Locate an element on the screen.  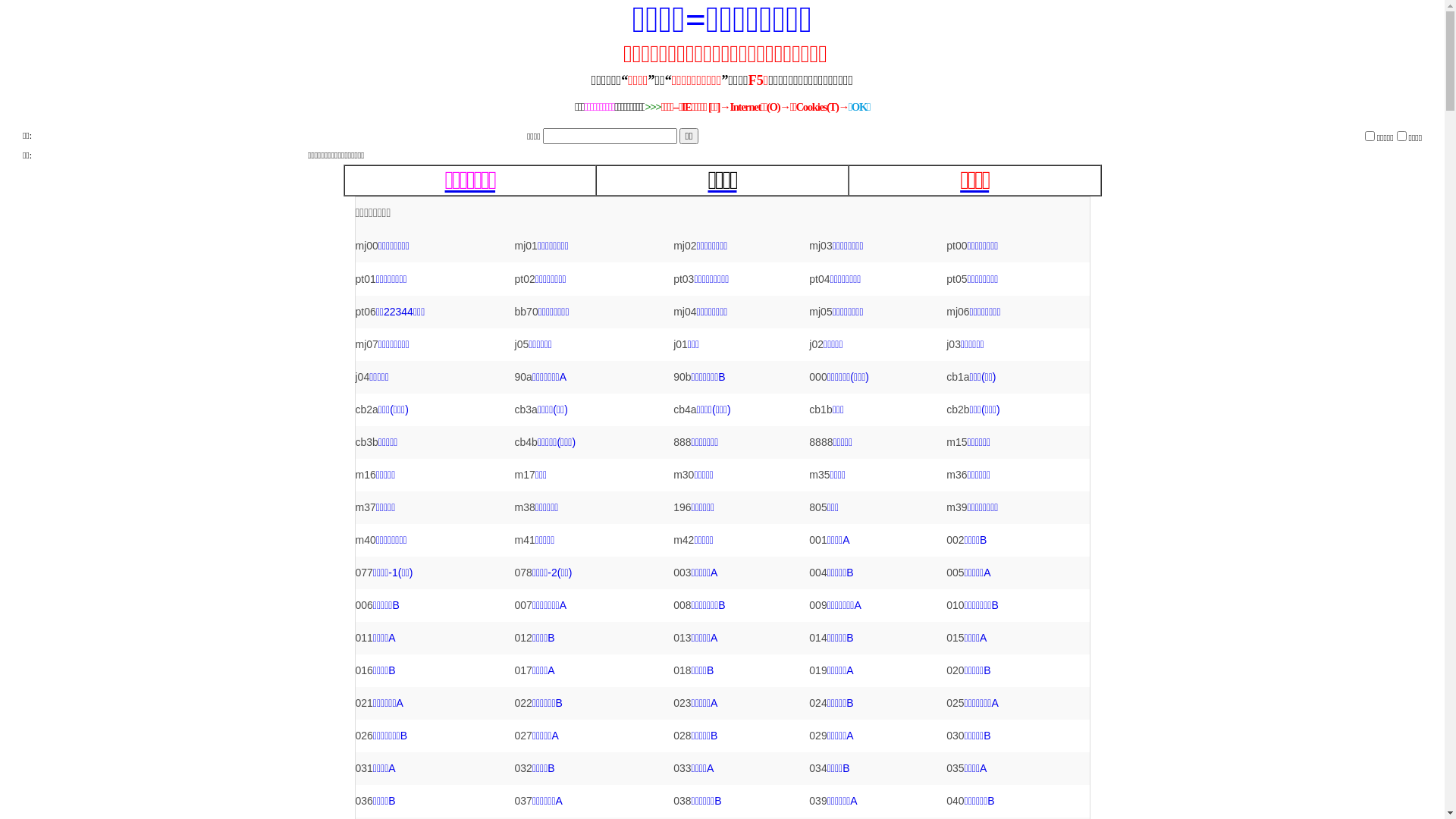
'm42' is located at coordinates (682, 539).